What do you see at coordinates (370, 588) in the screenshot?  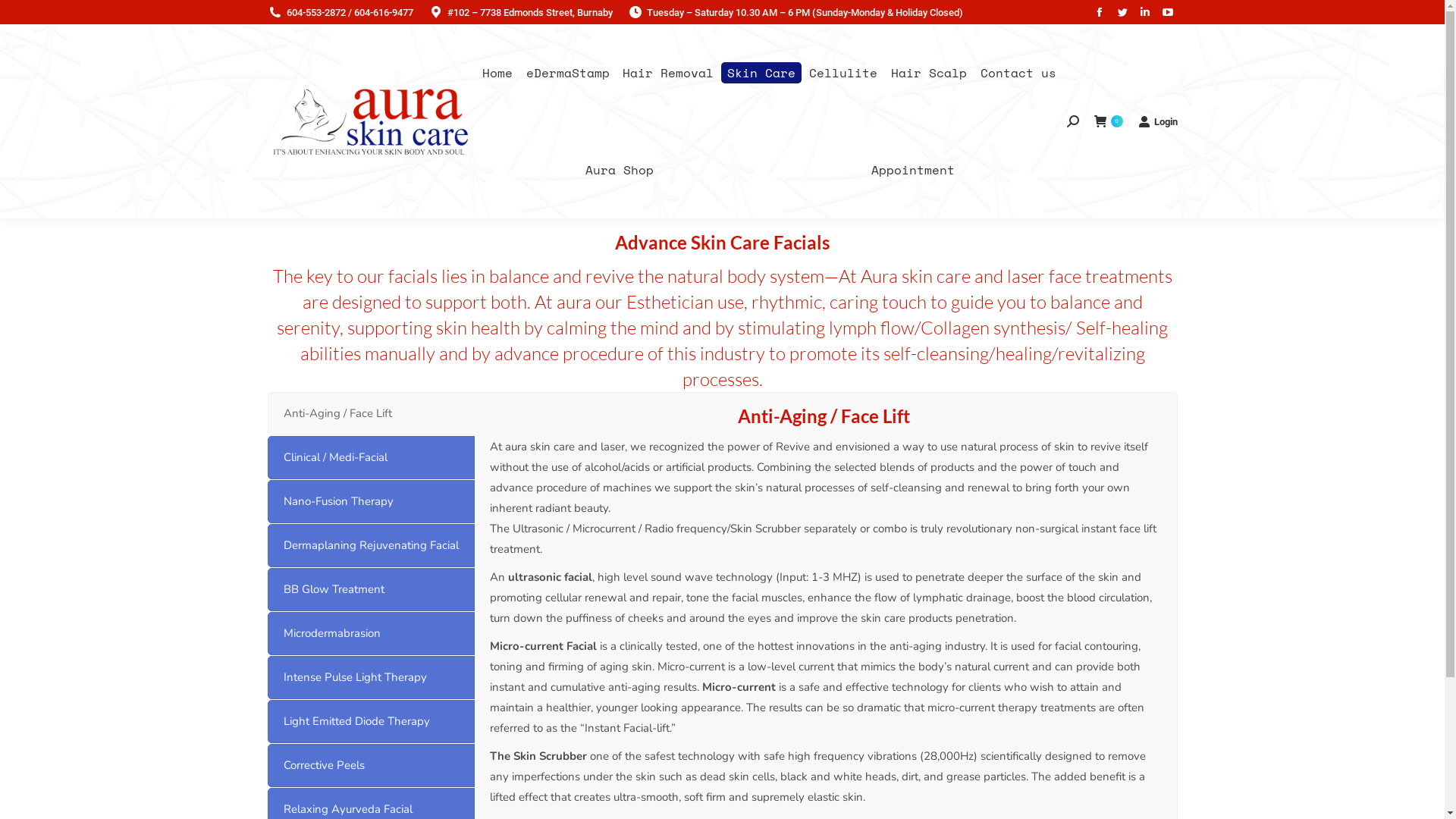 I see `'BB Glow Treatment'` at bounding box center [370, 588].